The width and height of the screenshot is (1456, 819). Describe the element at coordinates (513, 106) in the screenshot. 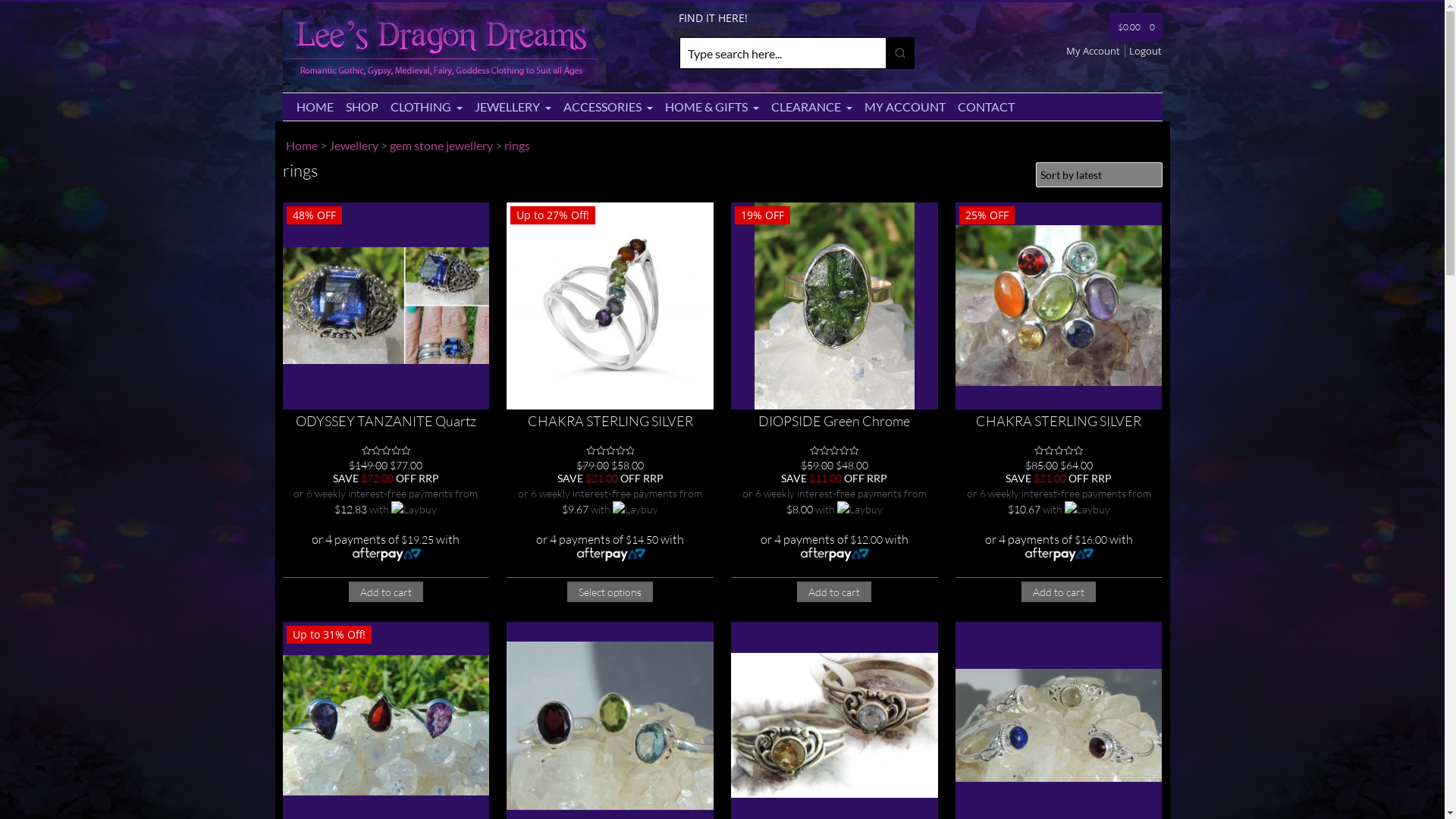

I see `'JEWELLERY'` at that location.